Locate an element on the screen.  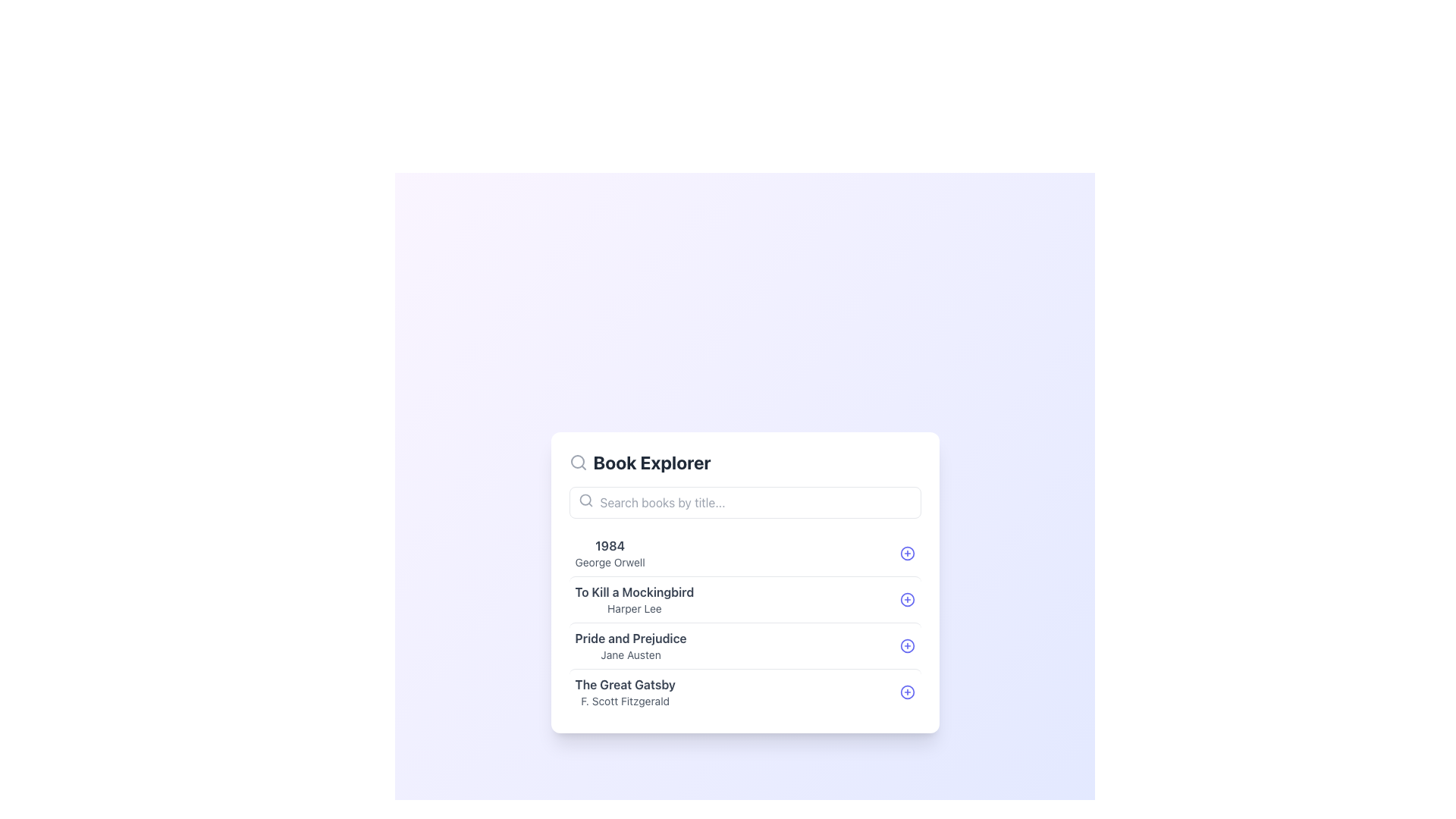
the text label representing the first book entry in the 'Book Explorer' section to interact with it is located at coordinates (610, 553).